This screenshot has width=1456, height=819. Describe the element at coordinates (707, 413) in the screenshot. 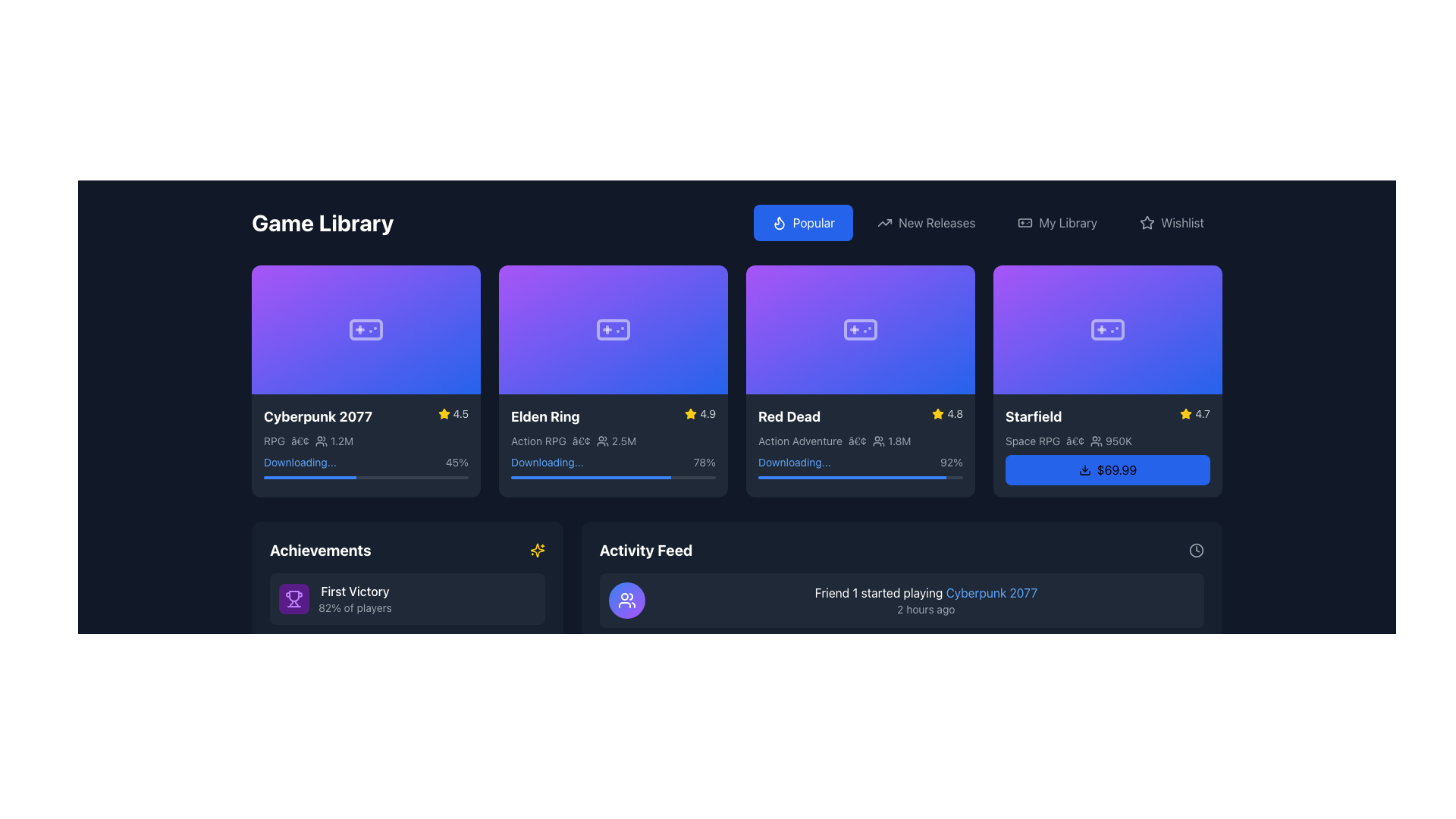

I see `the numeric label displaying '4.9' in gray color, located to the right of the star icon in the rating section of the 'Elden Ring' game card` at that location.